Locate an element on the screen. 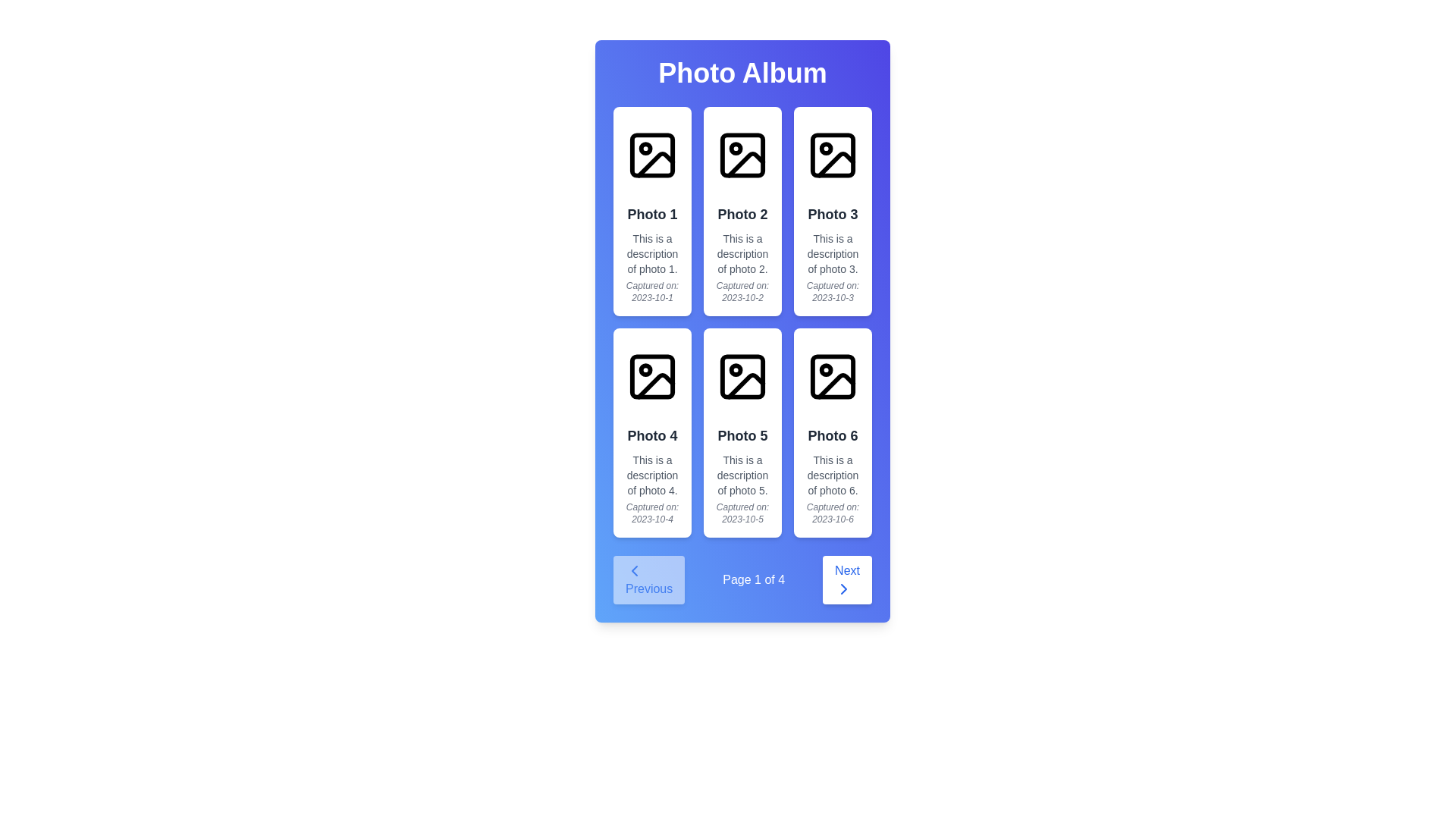  the 'Next' button is located at coordinates (843, 588).